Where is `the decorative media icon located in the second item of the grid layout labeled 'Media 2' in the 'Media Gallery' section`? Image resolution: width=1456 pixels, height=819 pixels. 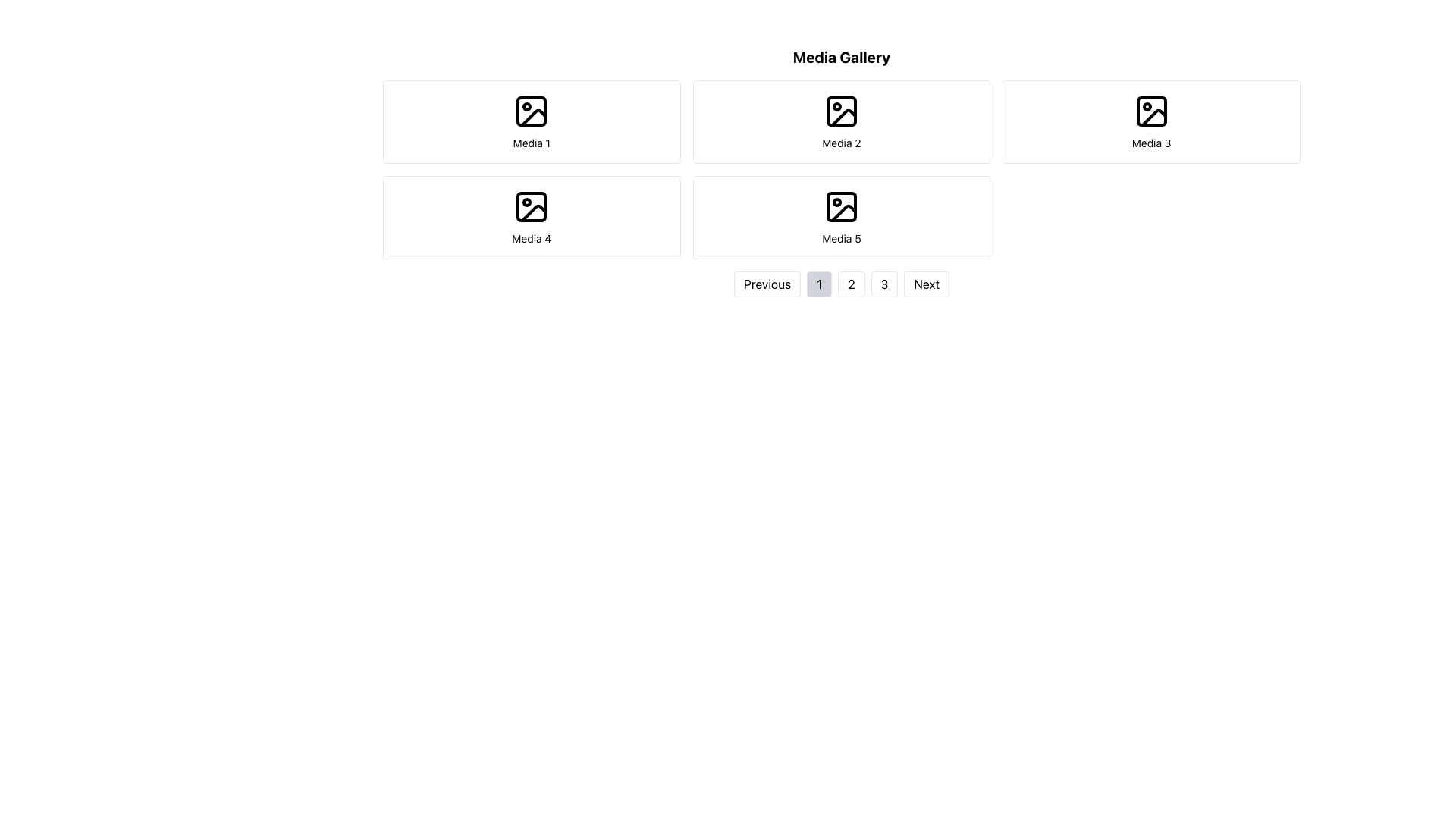
the decorative media icon located in the second item of the grid layout labeled 'Media 2' in the 'Media Gallery' section is located at coordinates (840, 110).